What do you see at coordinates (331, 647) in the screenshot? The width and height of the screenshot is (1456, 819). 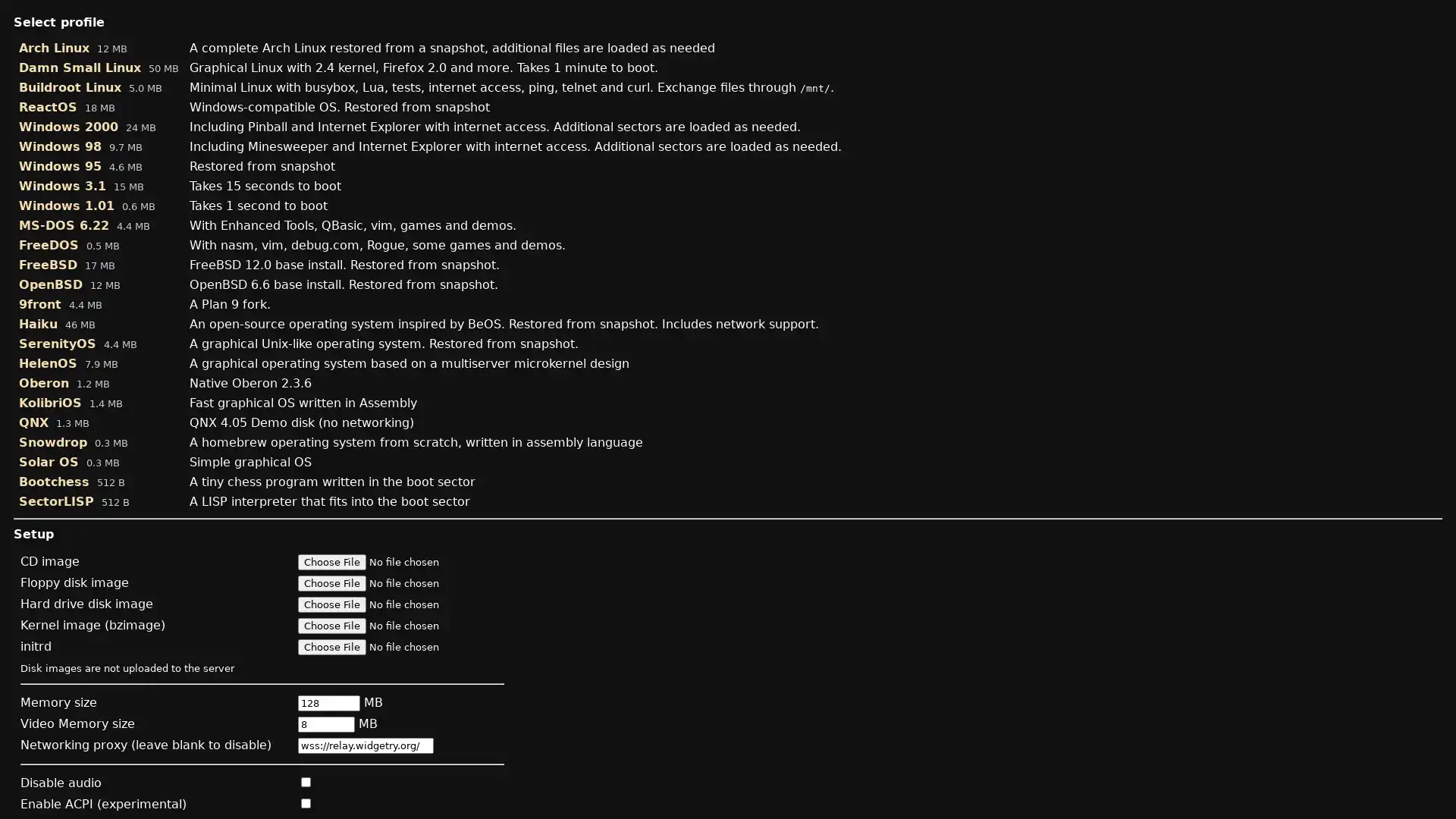 I see `Choose File` at bounding box center [331, 647].